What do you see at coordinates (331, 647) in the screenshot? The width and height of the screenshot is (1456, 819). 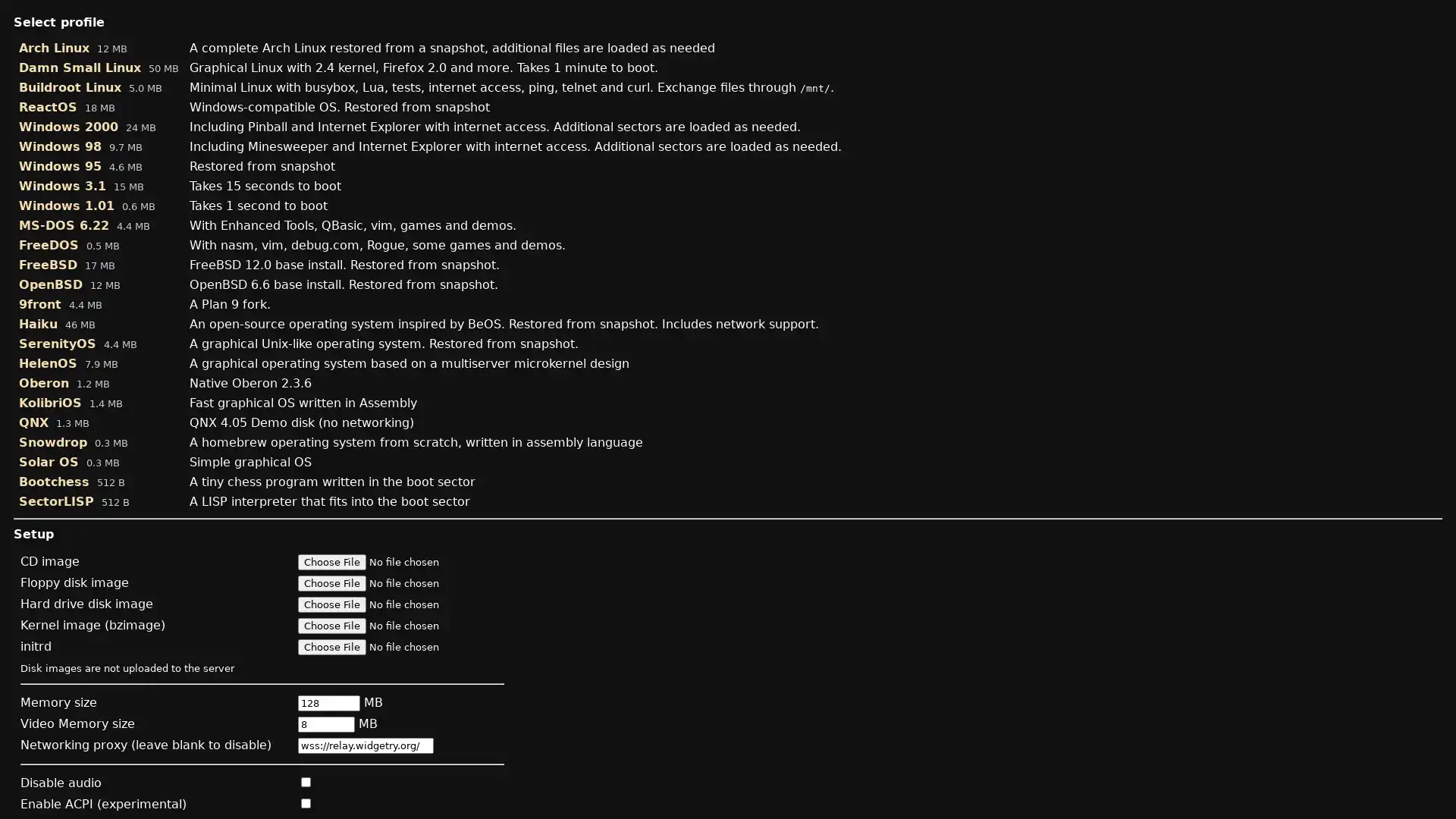 I see `Choose File` at bounding box center [331, 647].